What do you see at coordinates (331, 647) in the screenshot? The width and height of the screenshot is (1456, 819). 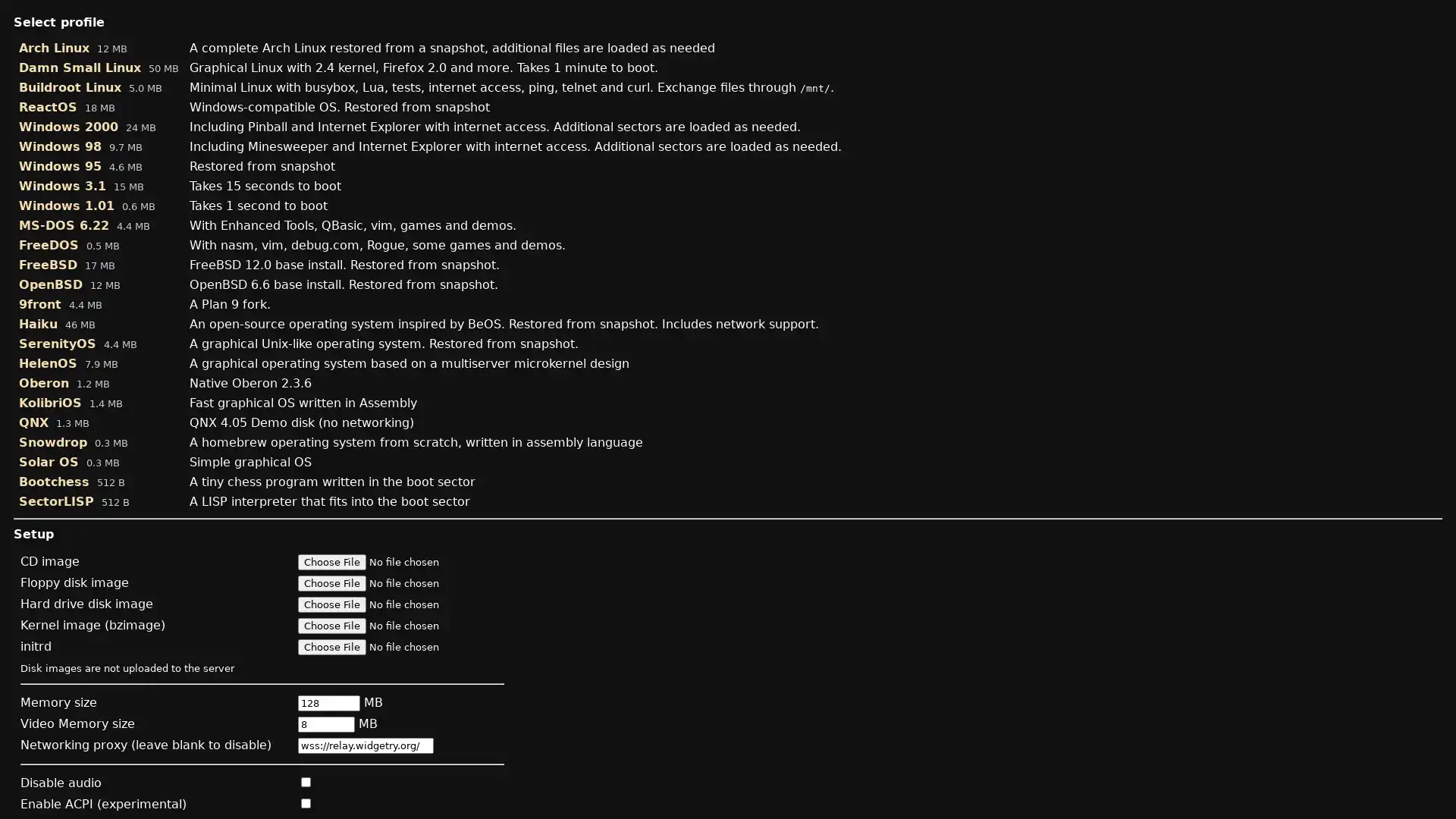 I see `Choose File` at bounding box center [331, 647].